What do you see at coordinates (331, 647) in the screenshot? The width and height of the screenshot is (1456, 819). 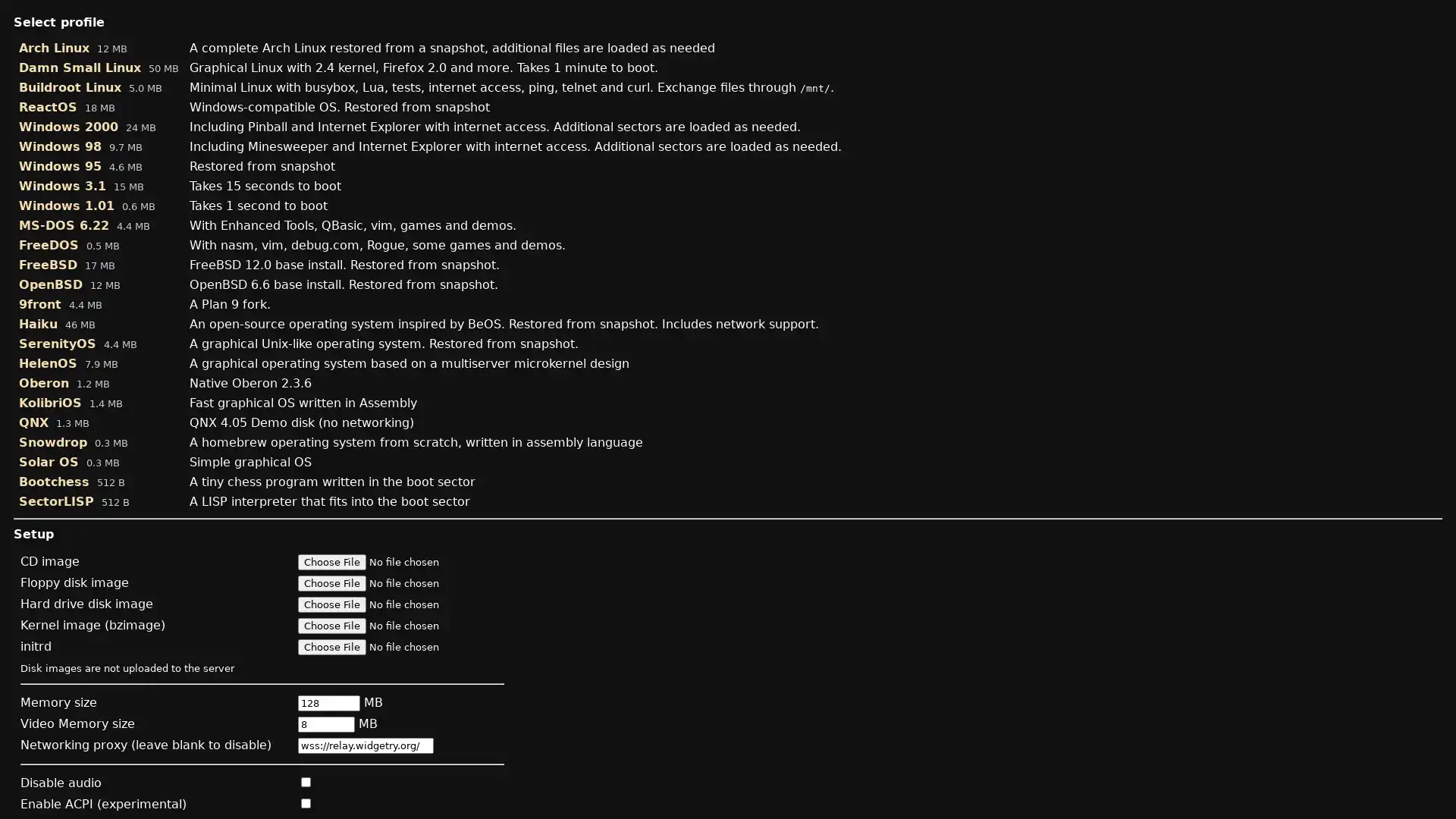 I see `Choose File` at bounding box center [331, 647].